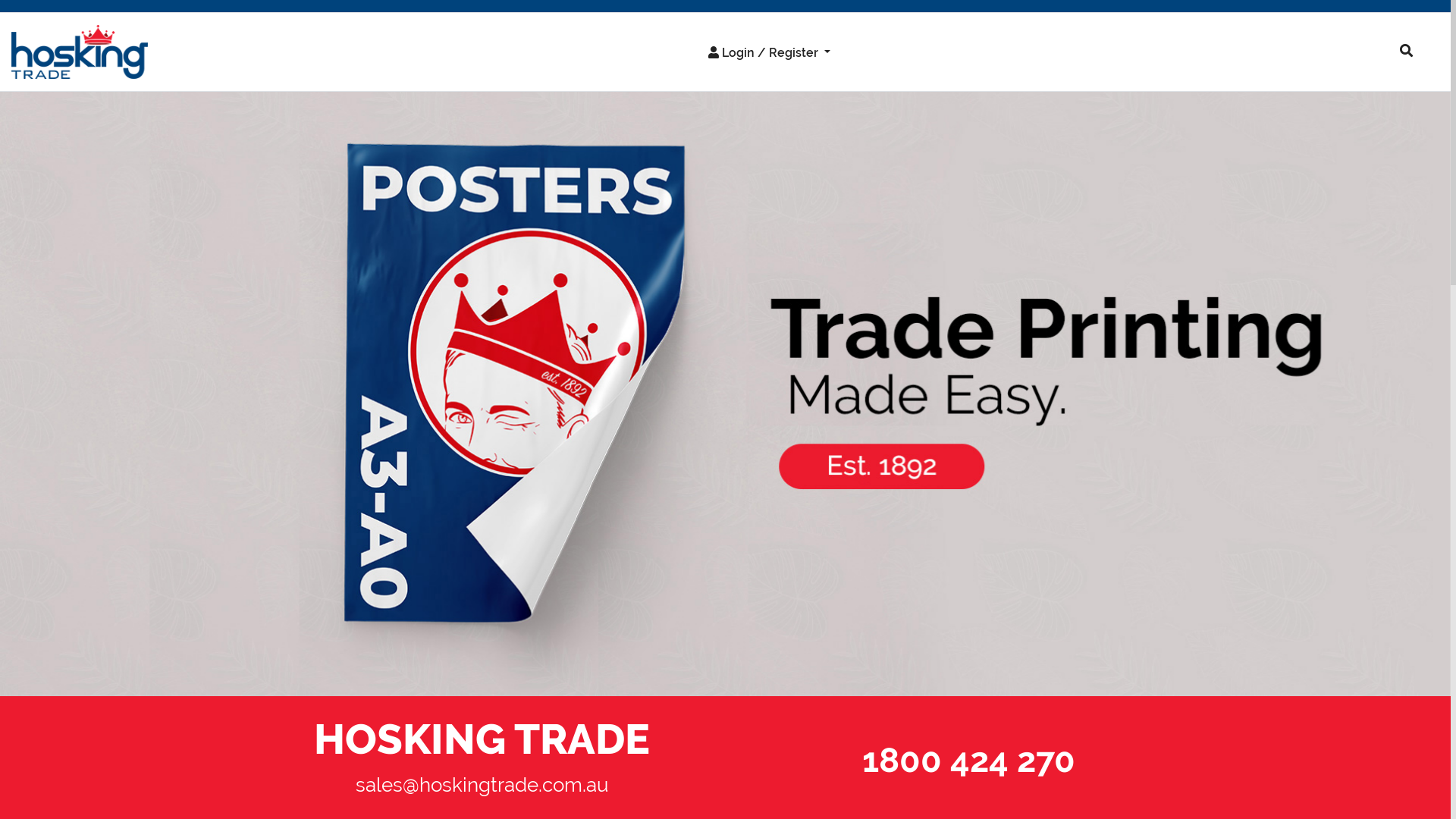 The width and height of the screenshot is (1456, 819). What do you see at coordinates (745, 84) in the screenshot?
I see `'<i class='fal fa-unlock pr-1'></i> Login'` at bounding box center [745, 84].